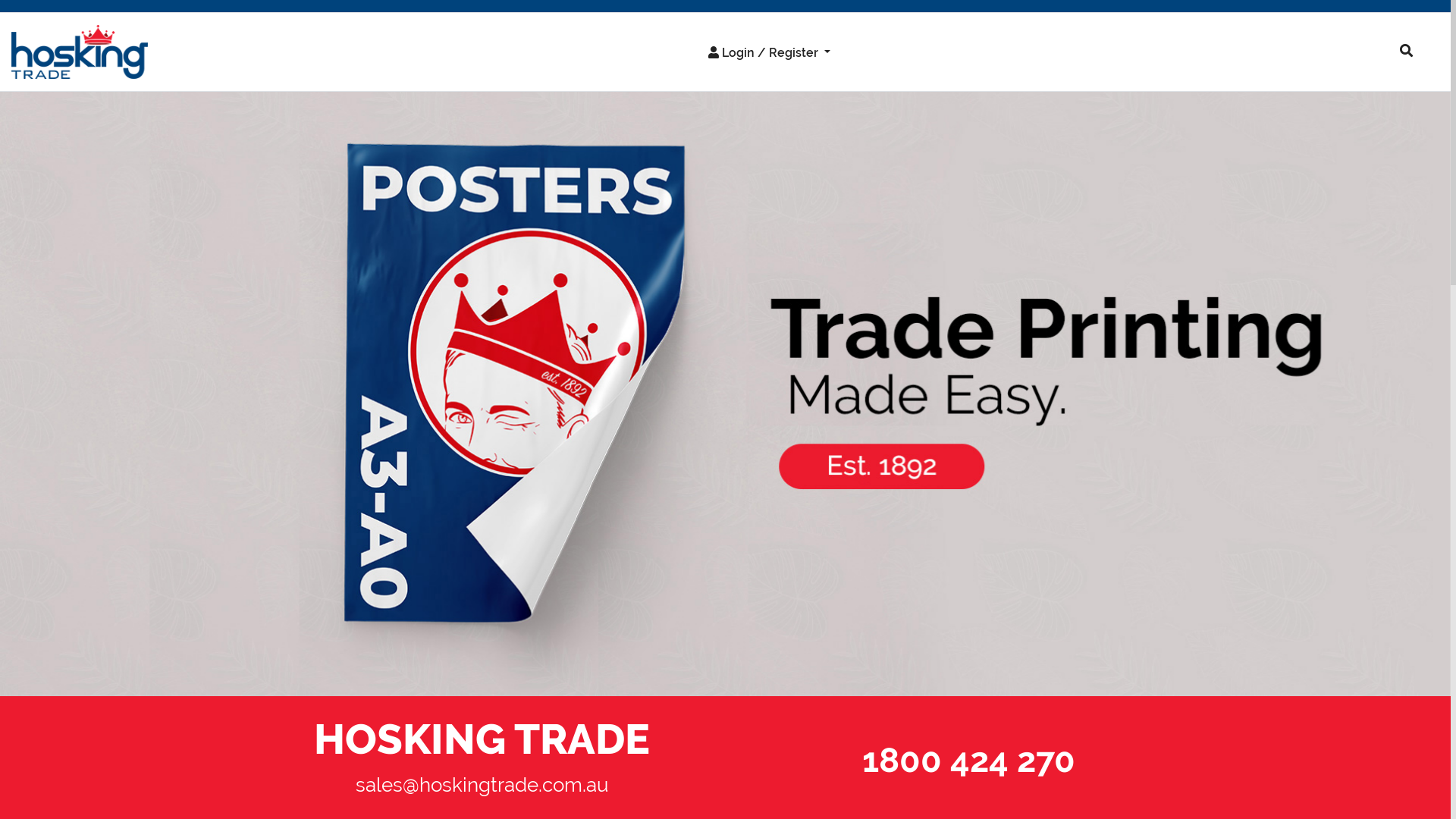 The width and height of the screenshot is (1456, 819). What do you see at coordinates (745, 84) in the screenshot?
I see `'<i class='fal fa-unlock pr-1'></i> Login'` at bounding box center [745, 84].